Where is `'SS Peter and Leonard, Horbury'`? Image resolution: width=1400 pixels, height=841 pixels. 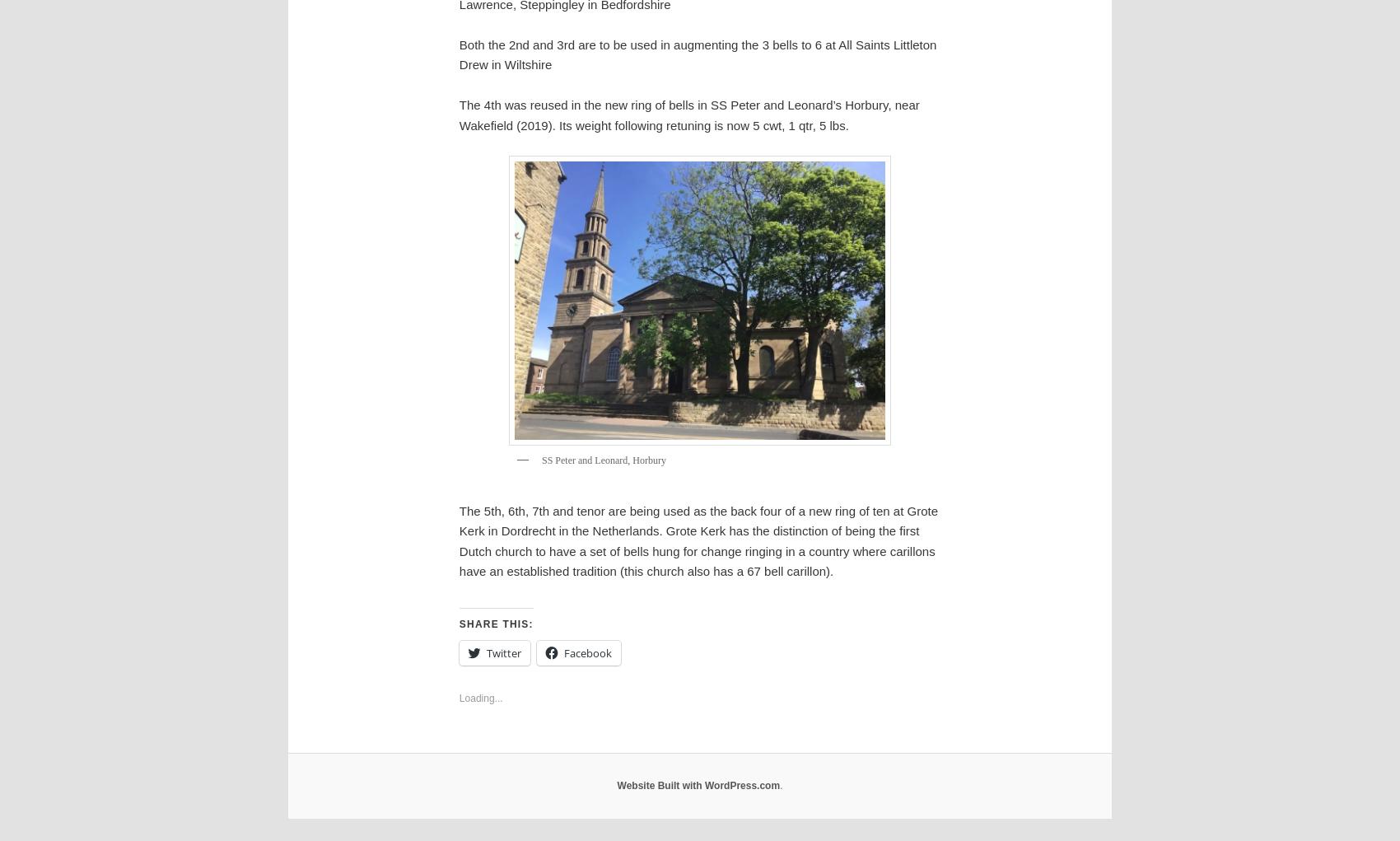 'SS Peter and Leonard, Horbury' is located at coordinates (603, 458).